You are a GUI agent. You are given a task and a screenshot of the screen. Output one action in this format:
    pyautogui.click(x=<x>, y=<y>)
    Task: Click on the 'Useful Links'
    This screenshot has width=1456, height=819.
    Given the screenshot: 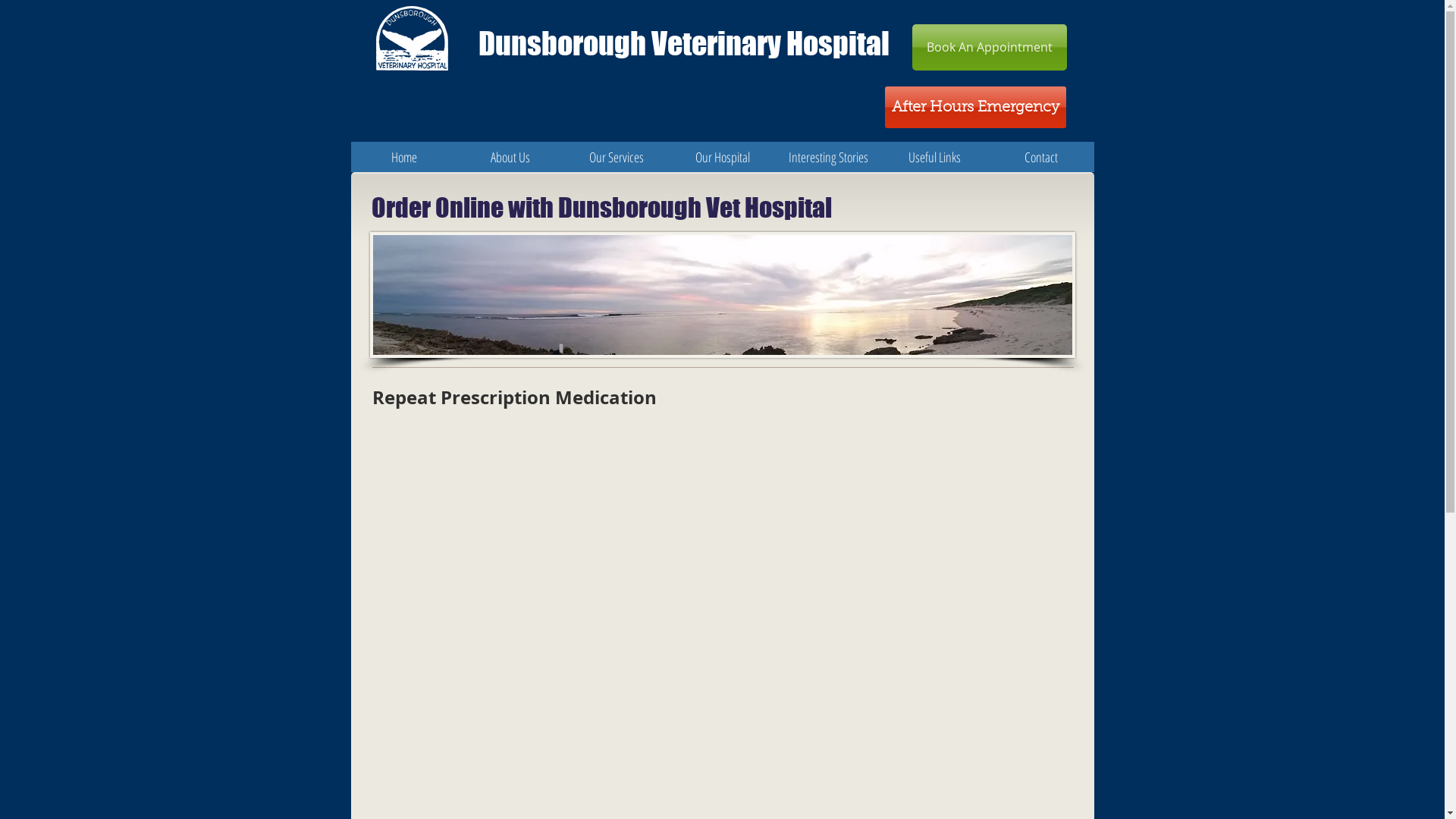 What is the action you would take?
    pyautogui.click(x=934, y=157)
    